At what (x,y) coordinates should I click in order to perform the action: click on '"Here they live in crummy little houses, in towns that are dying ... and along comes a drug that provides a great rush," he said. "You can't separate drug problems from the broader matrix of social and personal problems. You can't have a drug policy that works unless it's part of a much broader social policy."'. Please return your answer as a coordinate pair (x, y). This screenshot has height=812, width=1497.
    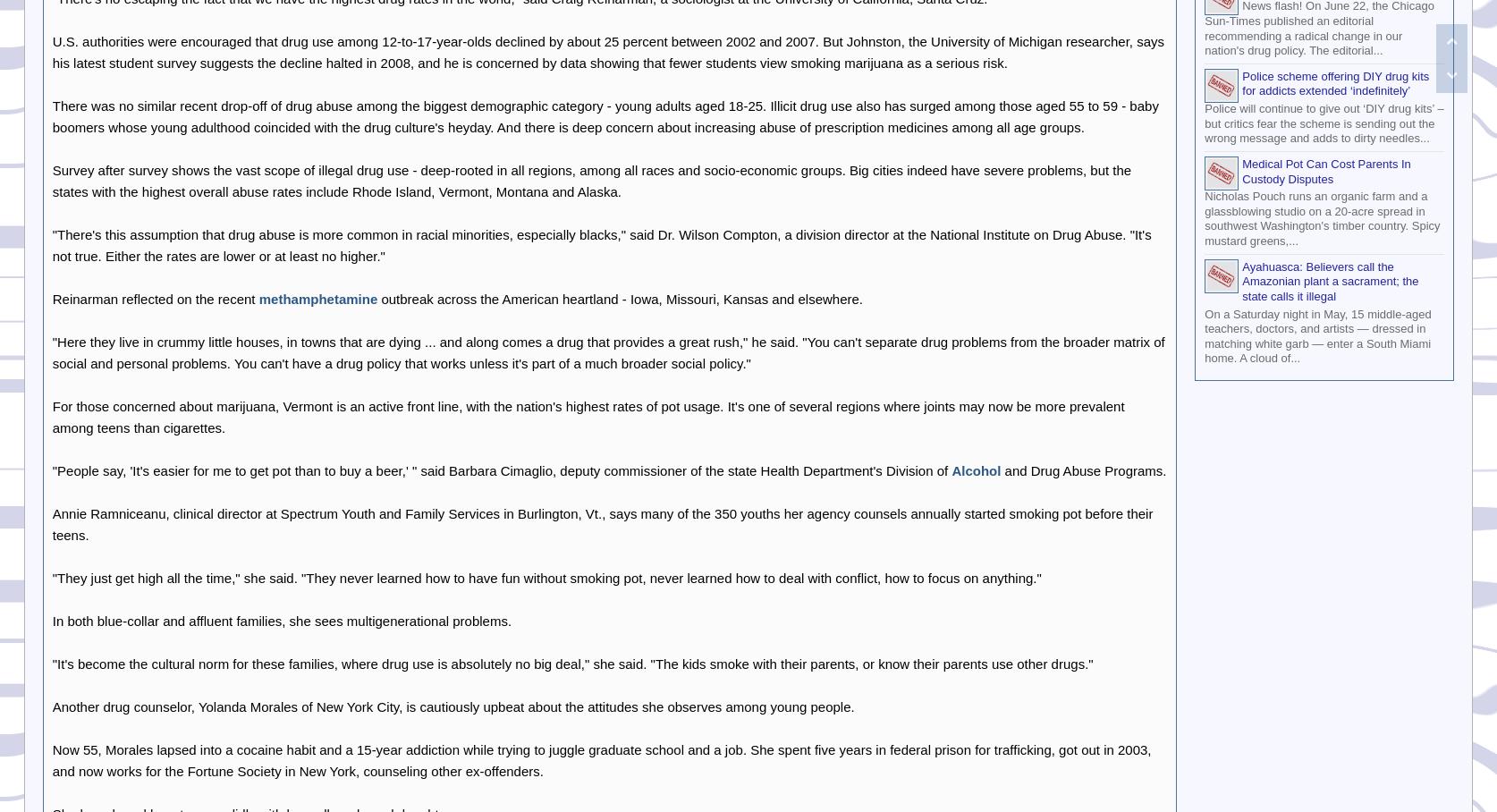
    Looking at the image, I should click on (607, 351).